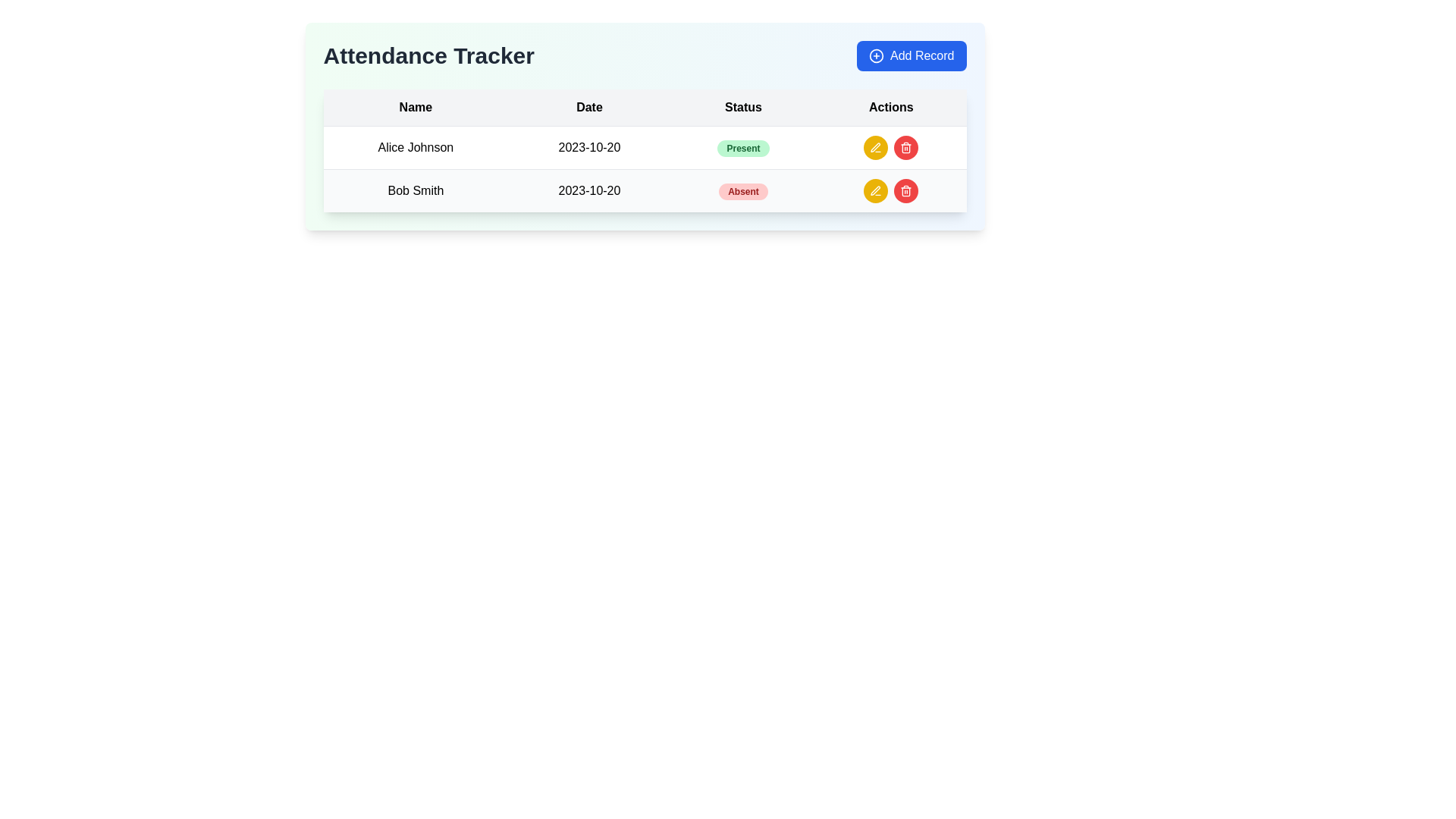 The width and height of the screenshot is (1456, 819). Describe the element at coordinates (743, 149) in the screenshot. I see `'Present' status displayed on the green pill-shaped badge located in the 'Status' column of the first row for 'Alice Johnson'` at that location.